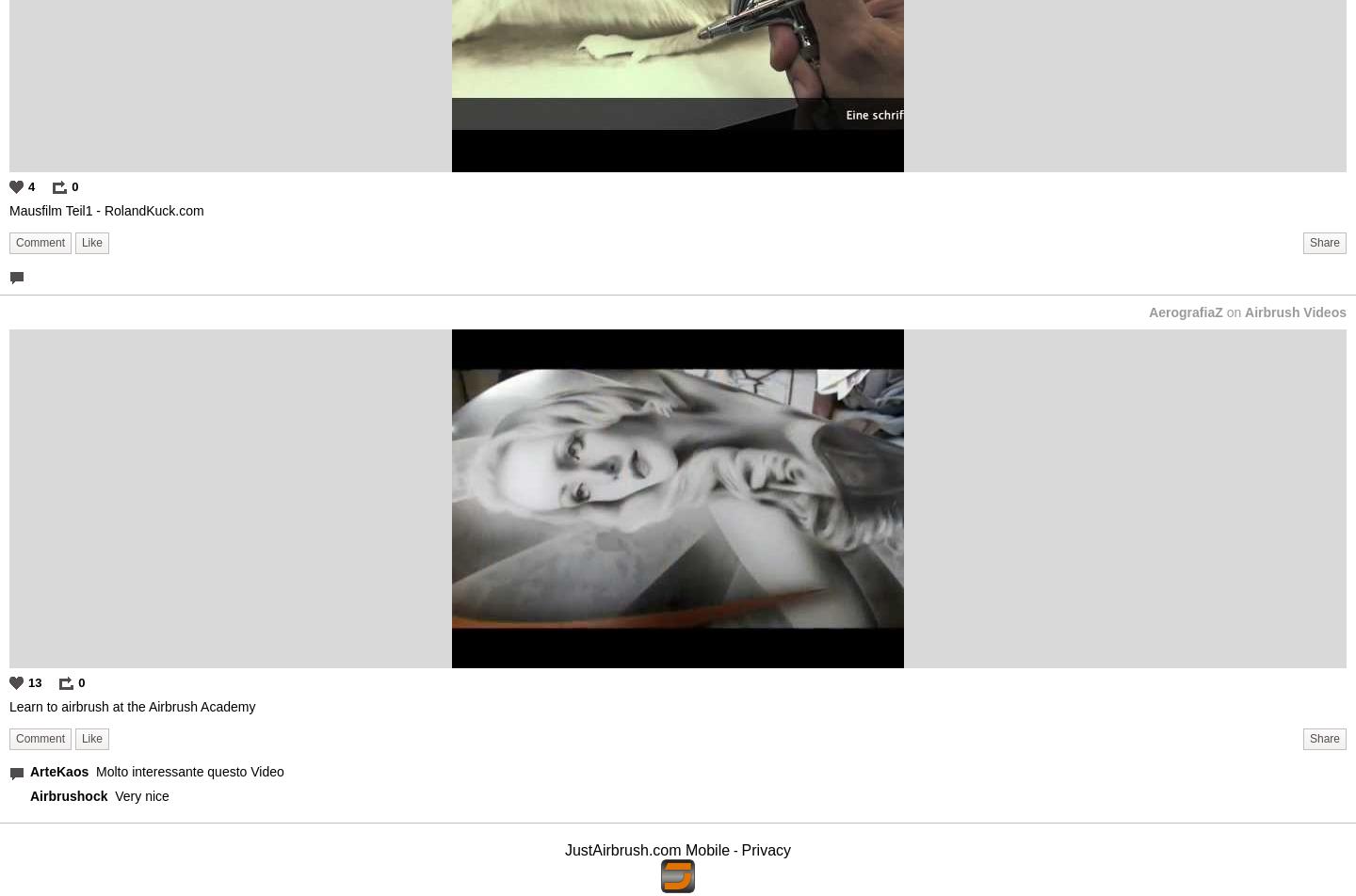 This screenshot has height=896, width=1356. I want to click on 'ArteKaos', so click(59, 771).